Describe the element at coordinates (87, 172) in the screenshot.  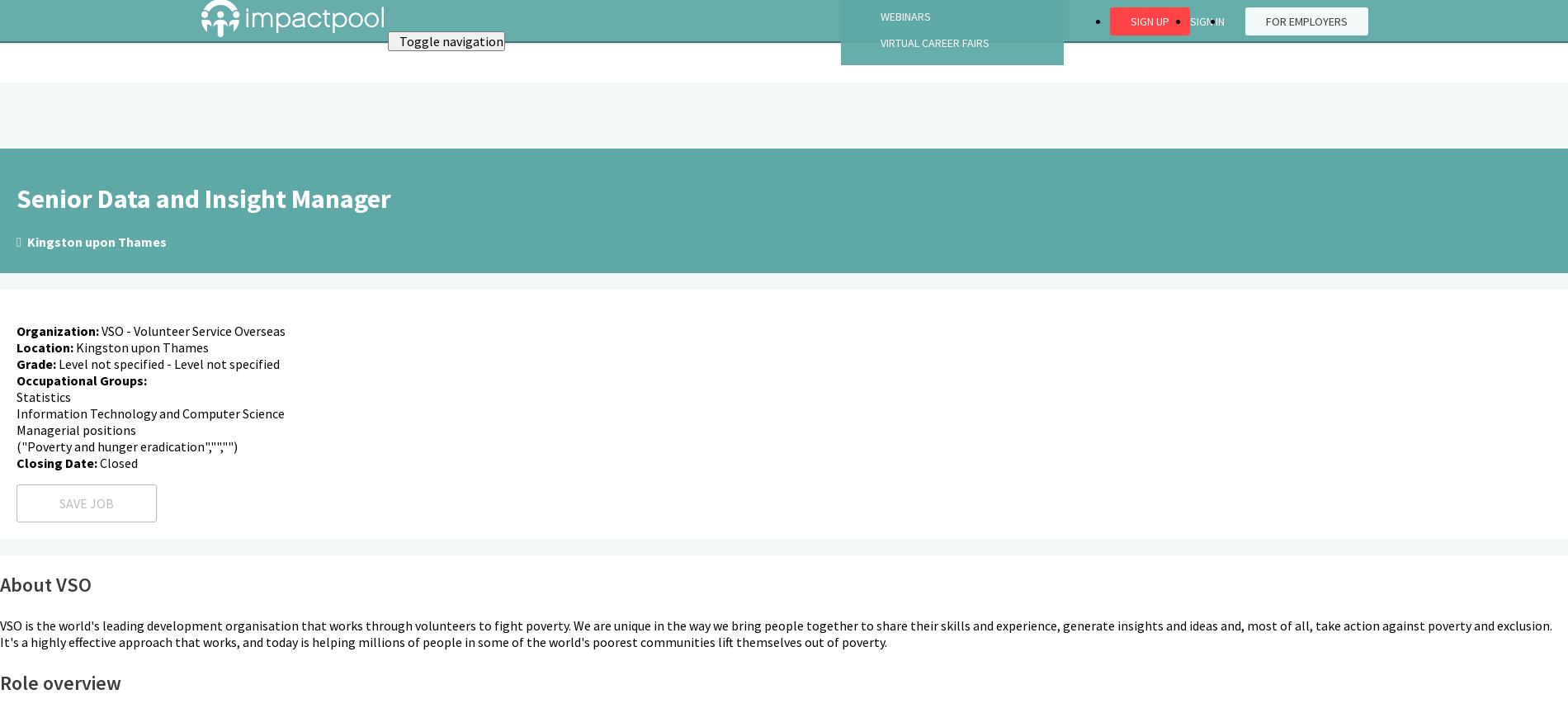
I see `'Closing 1st of January'` at that location.